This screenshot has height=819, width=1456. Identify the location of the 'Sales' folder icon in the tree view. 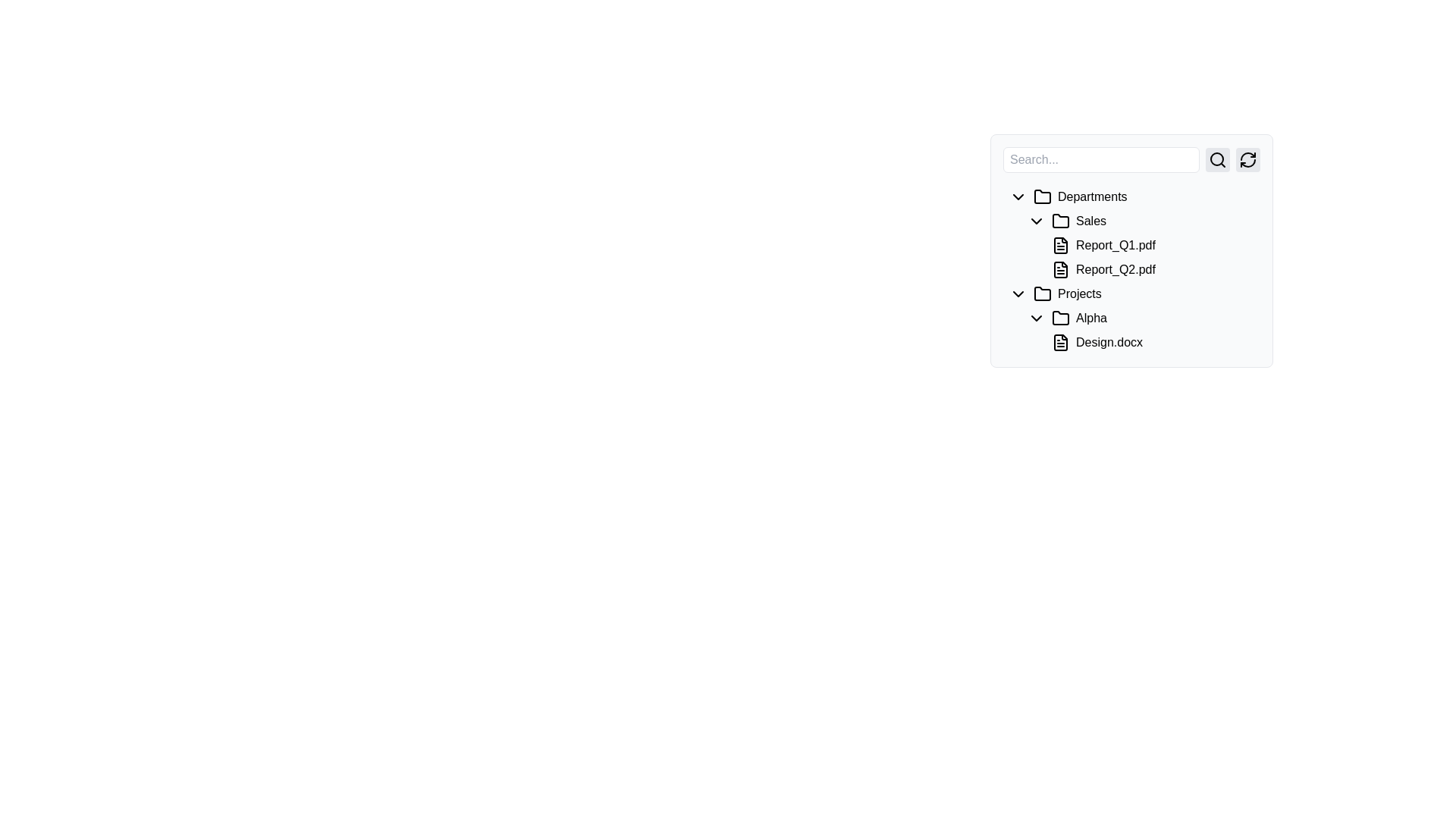
(1059, 220).